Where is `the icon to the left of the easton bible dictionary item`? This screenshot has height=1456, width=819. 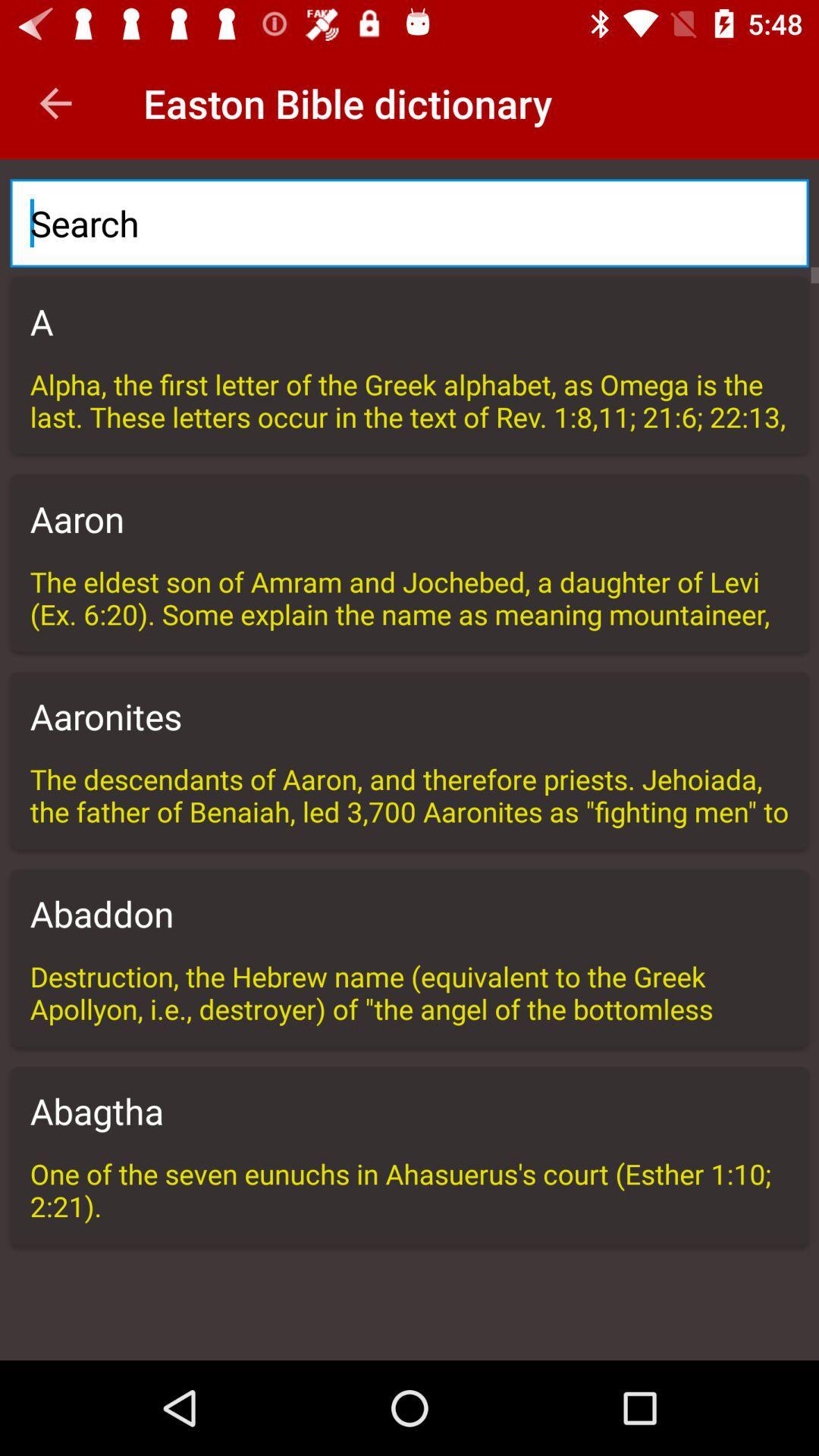 the icon to the left of the easton bible dictionary item is located at coordinates (55, 102).